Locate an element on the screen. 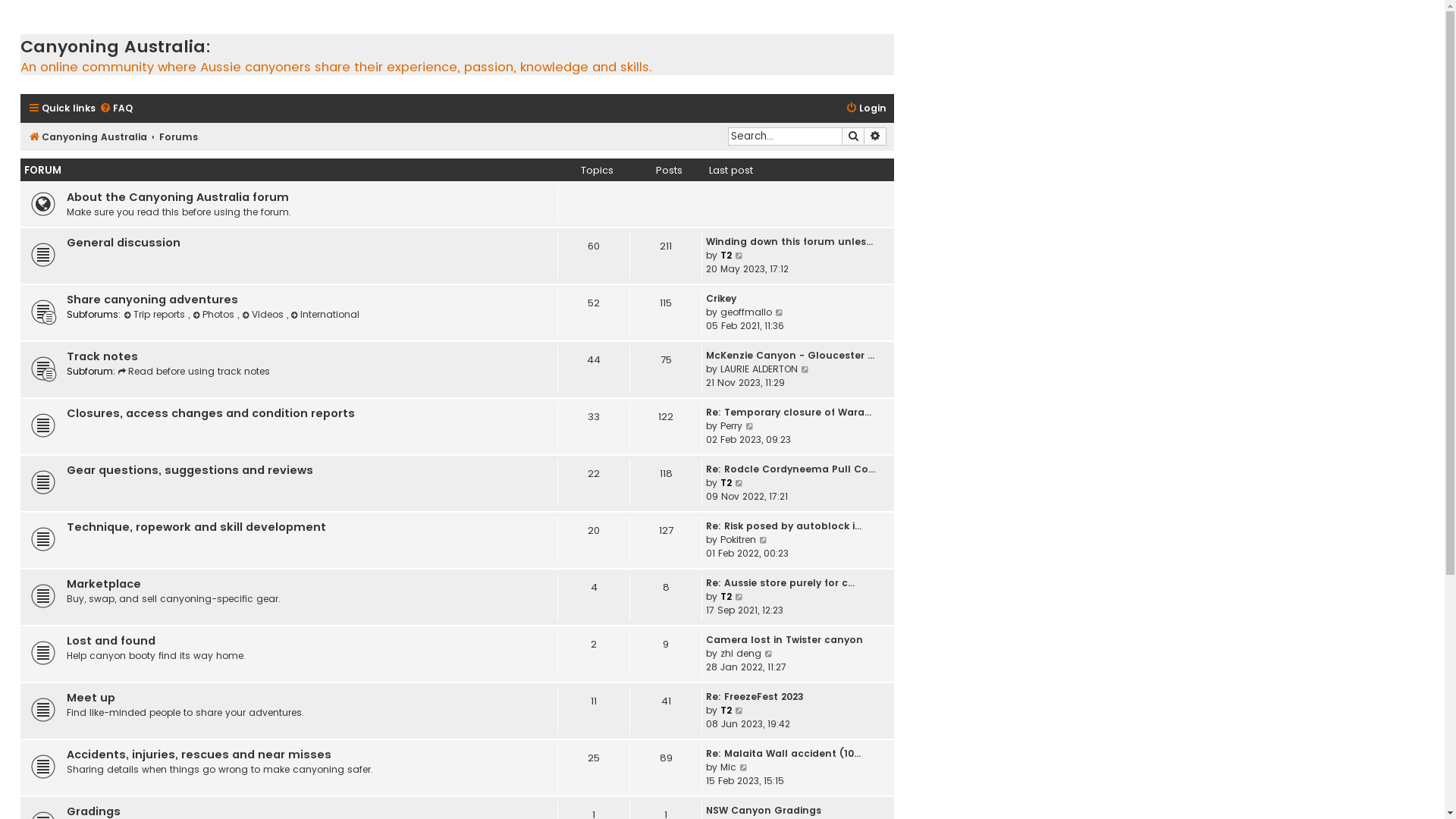 The image size is (1456, 819). 'Trip reports' is located at coordinates (155, 313).